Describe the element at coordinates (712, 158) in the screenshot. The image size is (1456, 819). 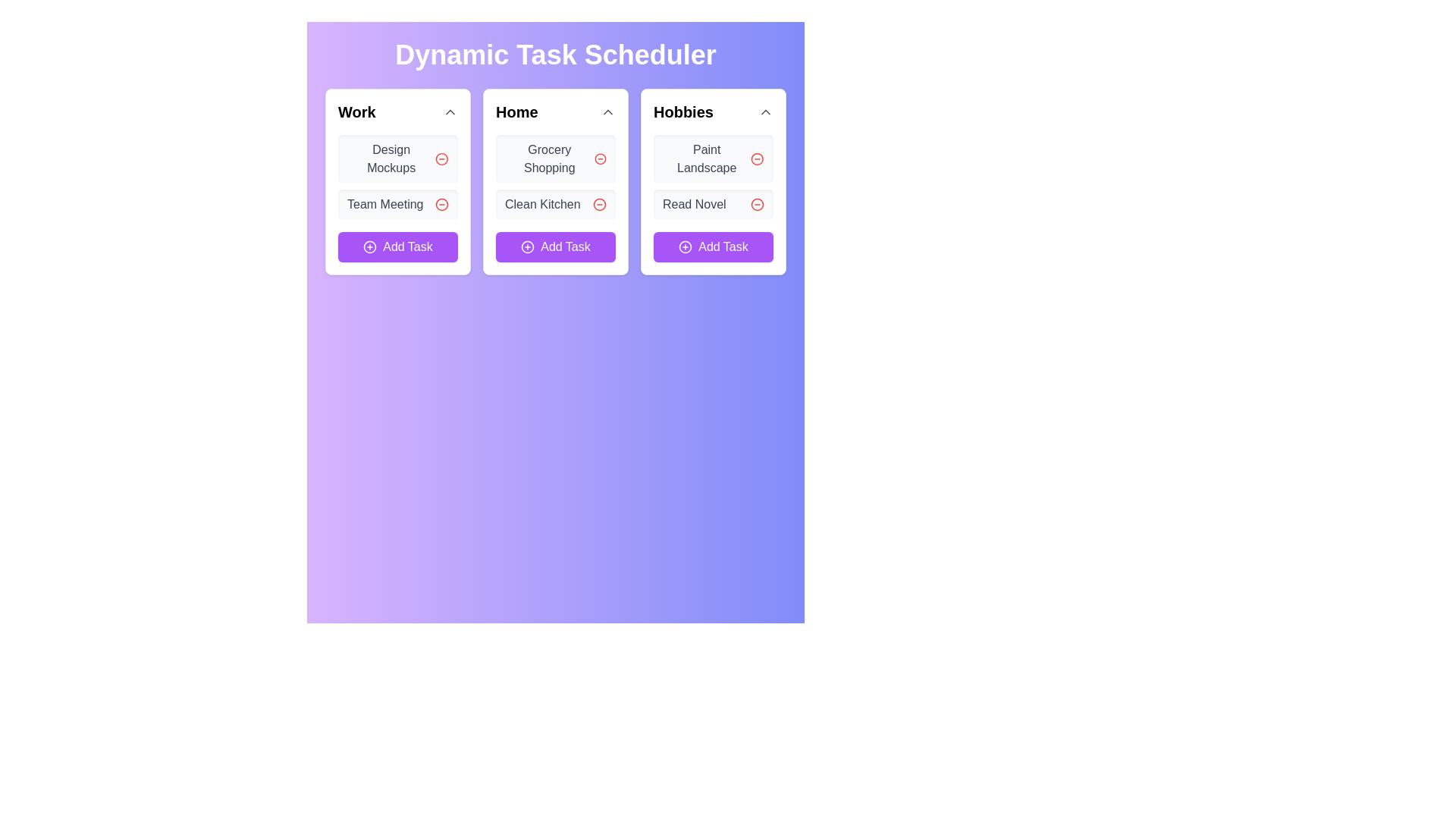
I see `the 'Paint Landscape' task item in the Hobbies section` at that location.